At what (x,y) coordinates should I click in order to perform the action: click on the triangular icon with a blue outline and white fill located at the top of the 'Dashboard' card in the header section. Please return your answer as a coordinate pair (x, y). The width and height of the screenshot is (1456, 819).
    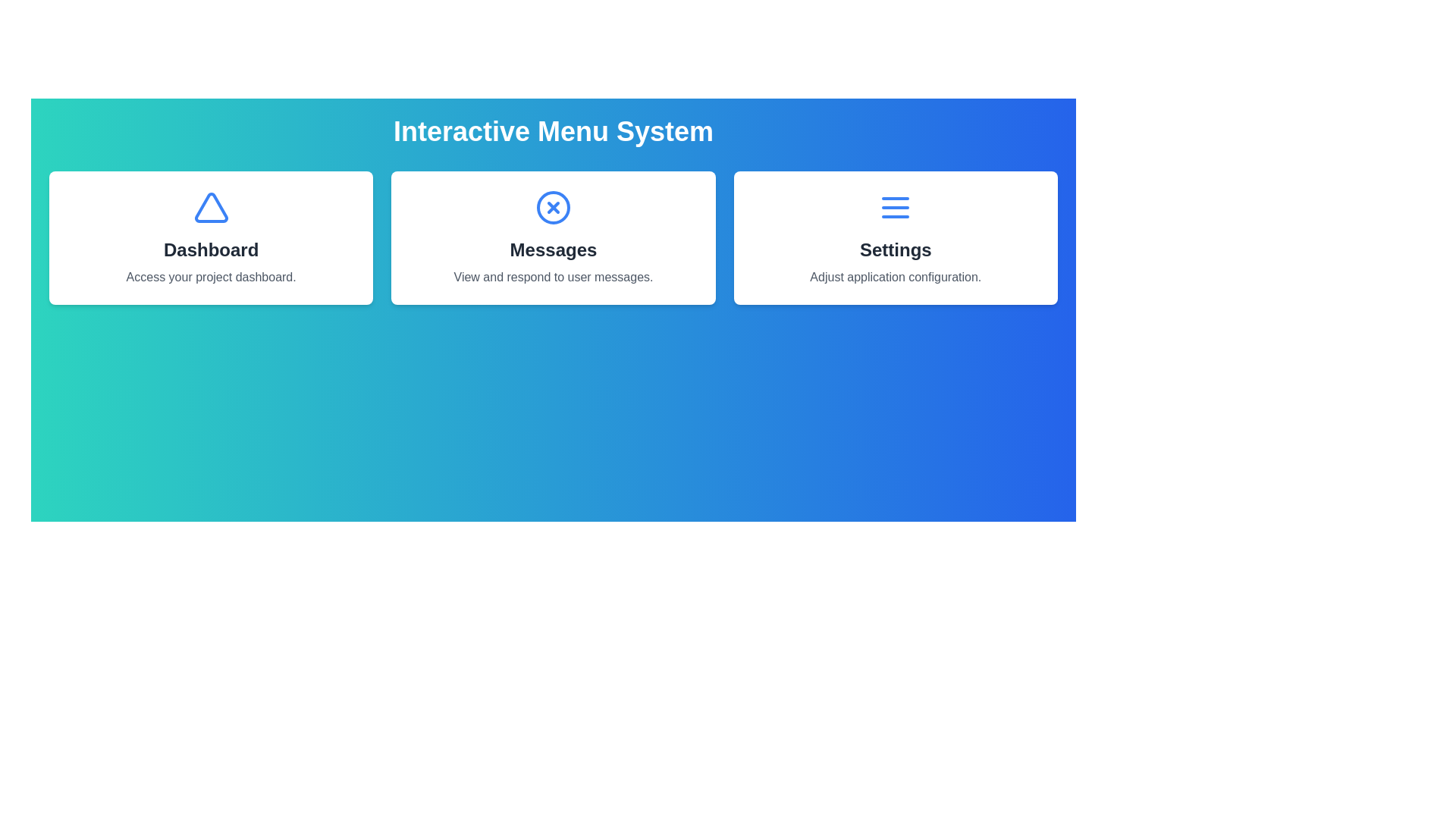
    Looking at the image, I should click on (210, 207).